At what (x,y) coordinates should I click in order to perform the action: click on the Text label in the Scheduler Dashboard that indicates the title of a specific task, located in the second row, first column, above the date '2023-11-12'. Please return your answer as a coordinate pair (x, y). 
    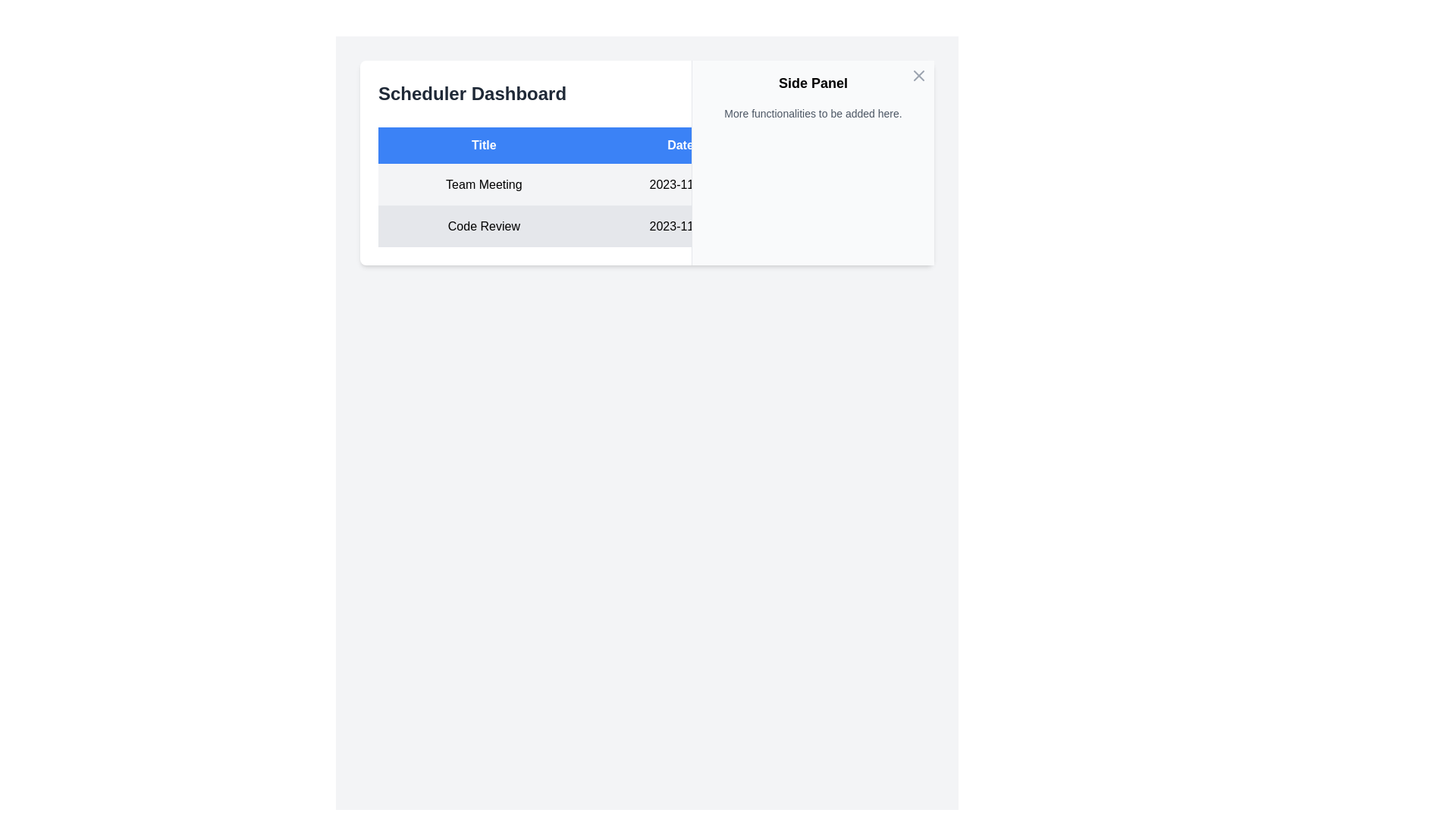
    Looking at the image, I should click on (483, 226).